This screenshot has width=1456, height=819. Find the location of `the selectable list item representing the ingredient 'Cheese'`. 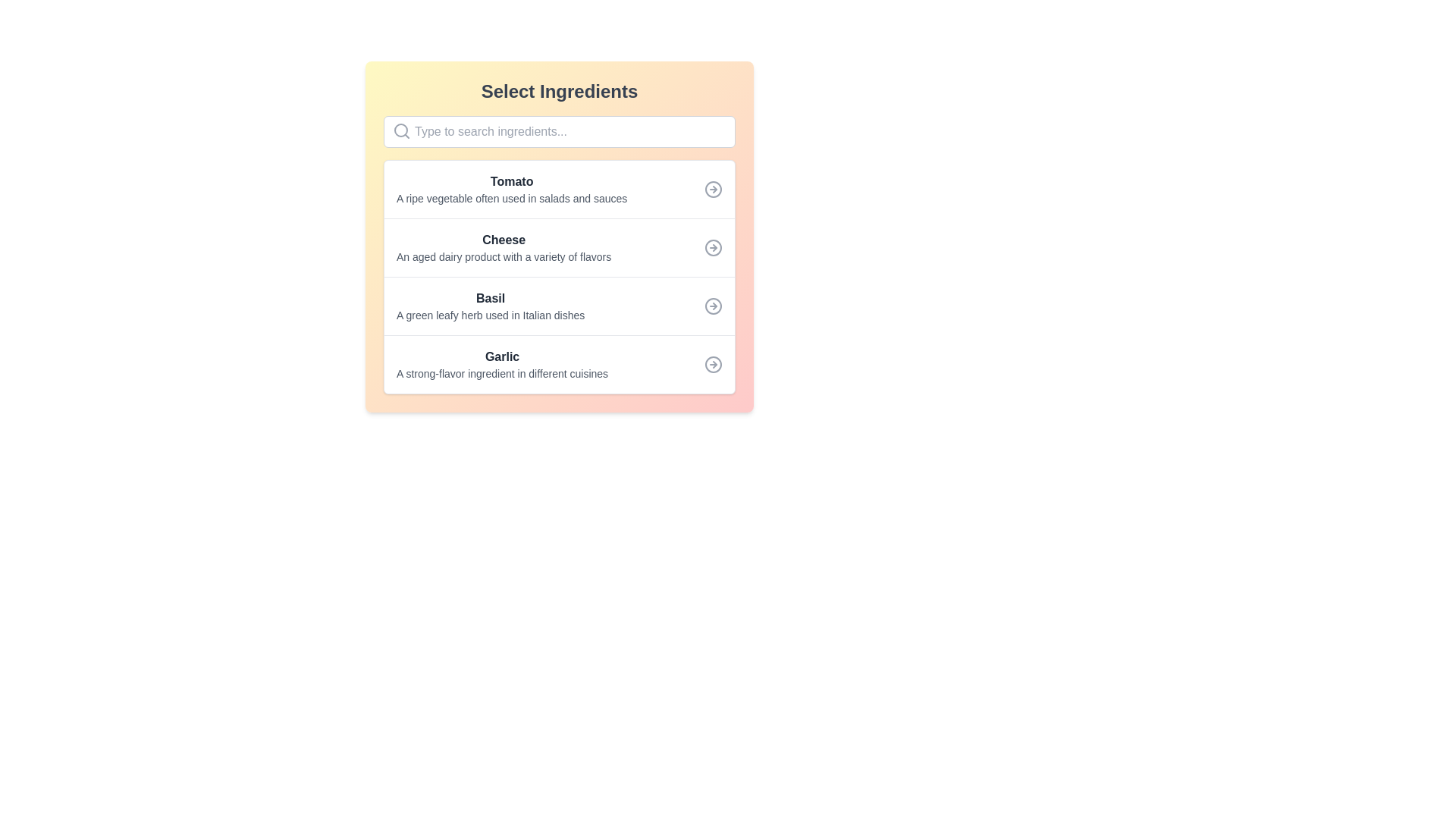

the selectable list item representing the ingredient 'Cheese' is located at coordinates (559, 246).